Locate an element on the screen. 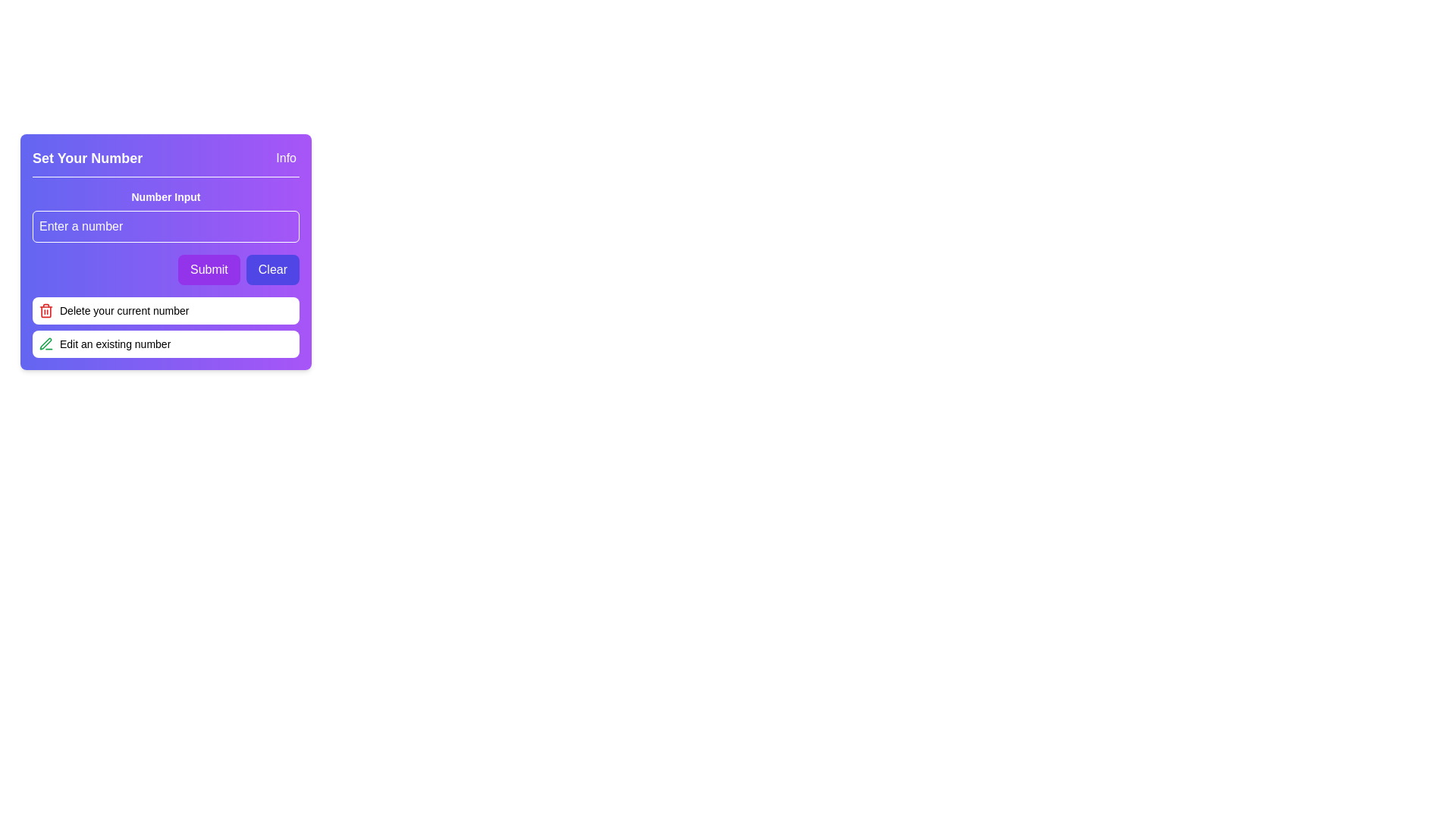 Image resolution: width=1456 pixels, height=819 pixels. the button labeled 'Edit an existing number' with a green pen icon is located at coordinates (166, 344).